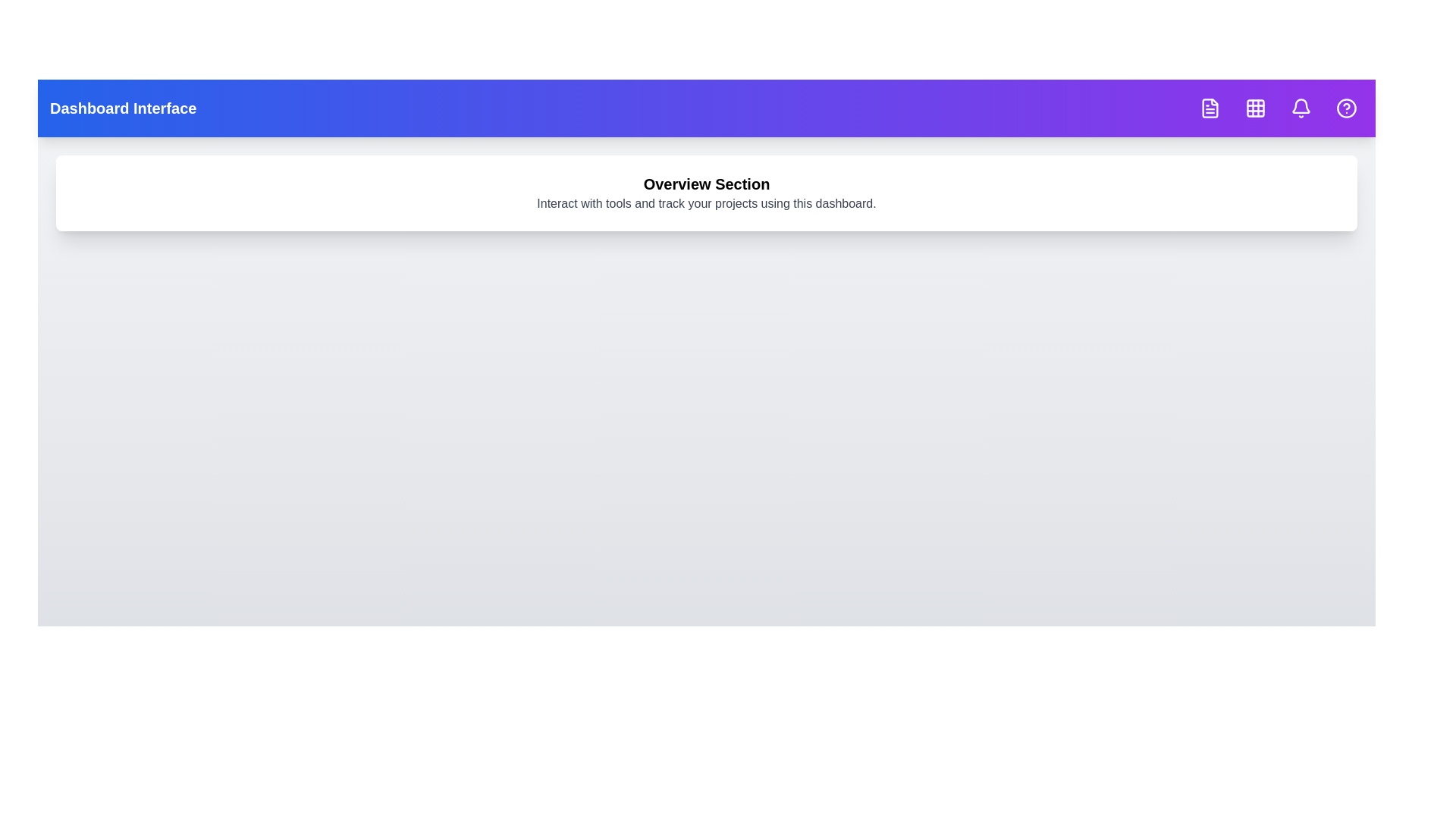 This screenshot has width=1456, height=819. I want to click on the navigation button corresponding to Grid, so click(1256, 107).